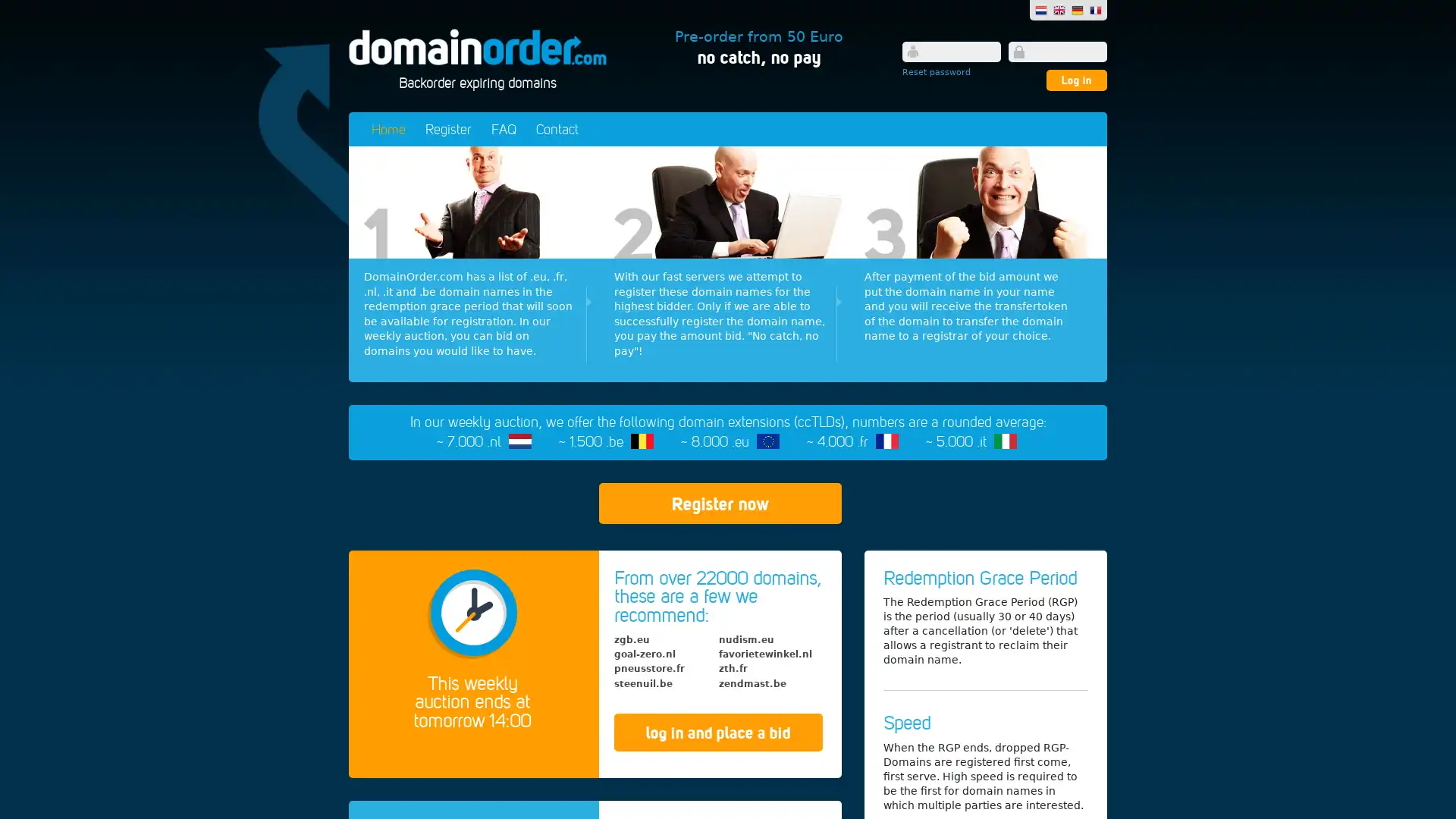 The image size is (1456, 819). Describe the element at coordinates (1076, 80) in the screenshot. I see `Log in` at that location.